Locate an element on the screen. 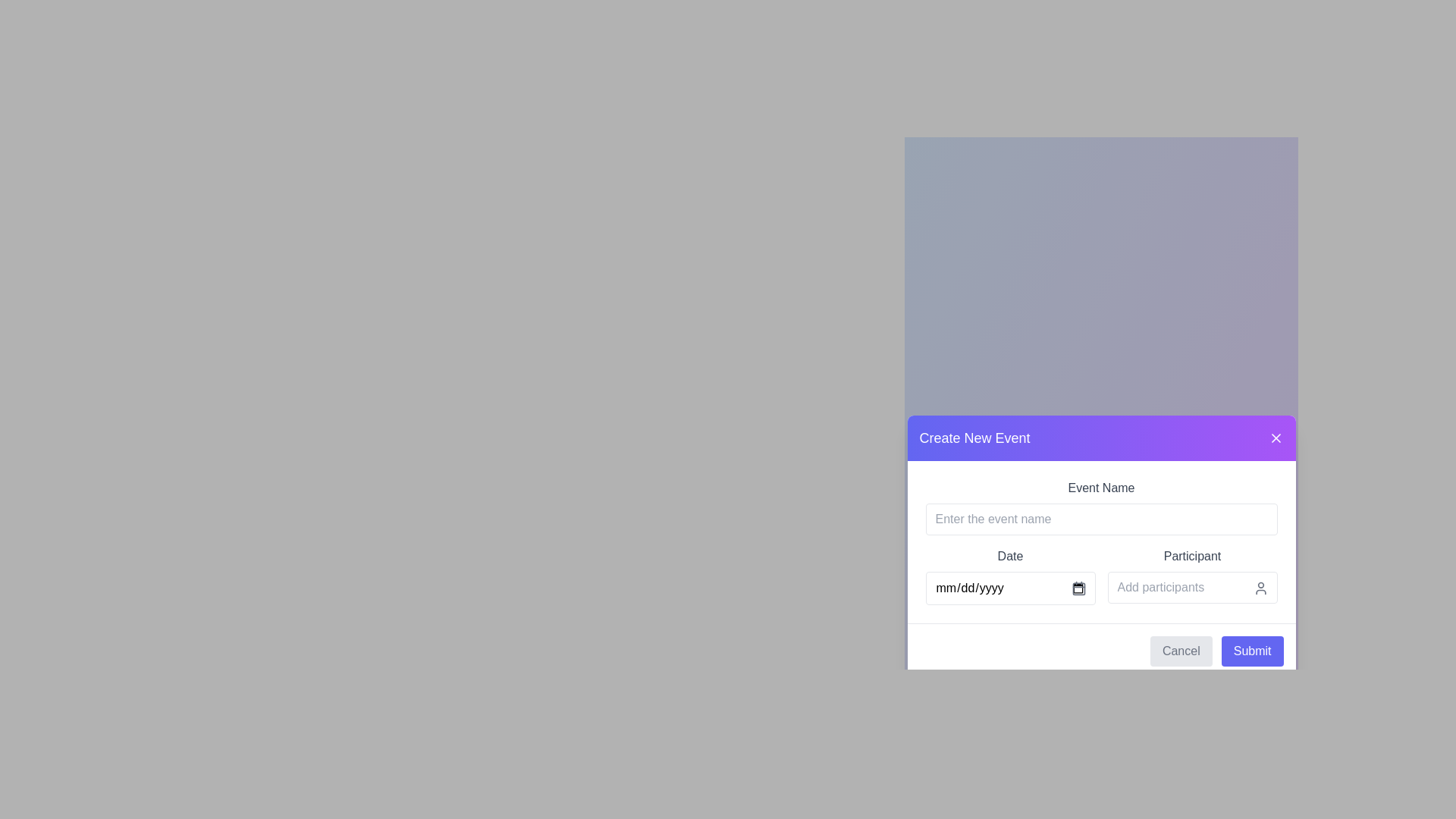 The height and width of the screenshot is (819, 1456). the static label text indicating the input field for the event name in the 'Create New Event' modal dialog is located at coordinates (1101, 488).